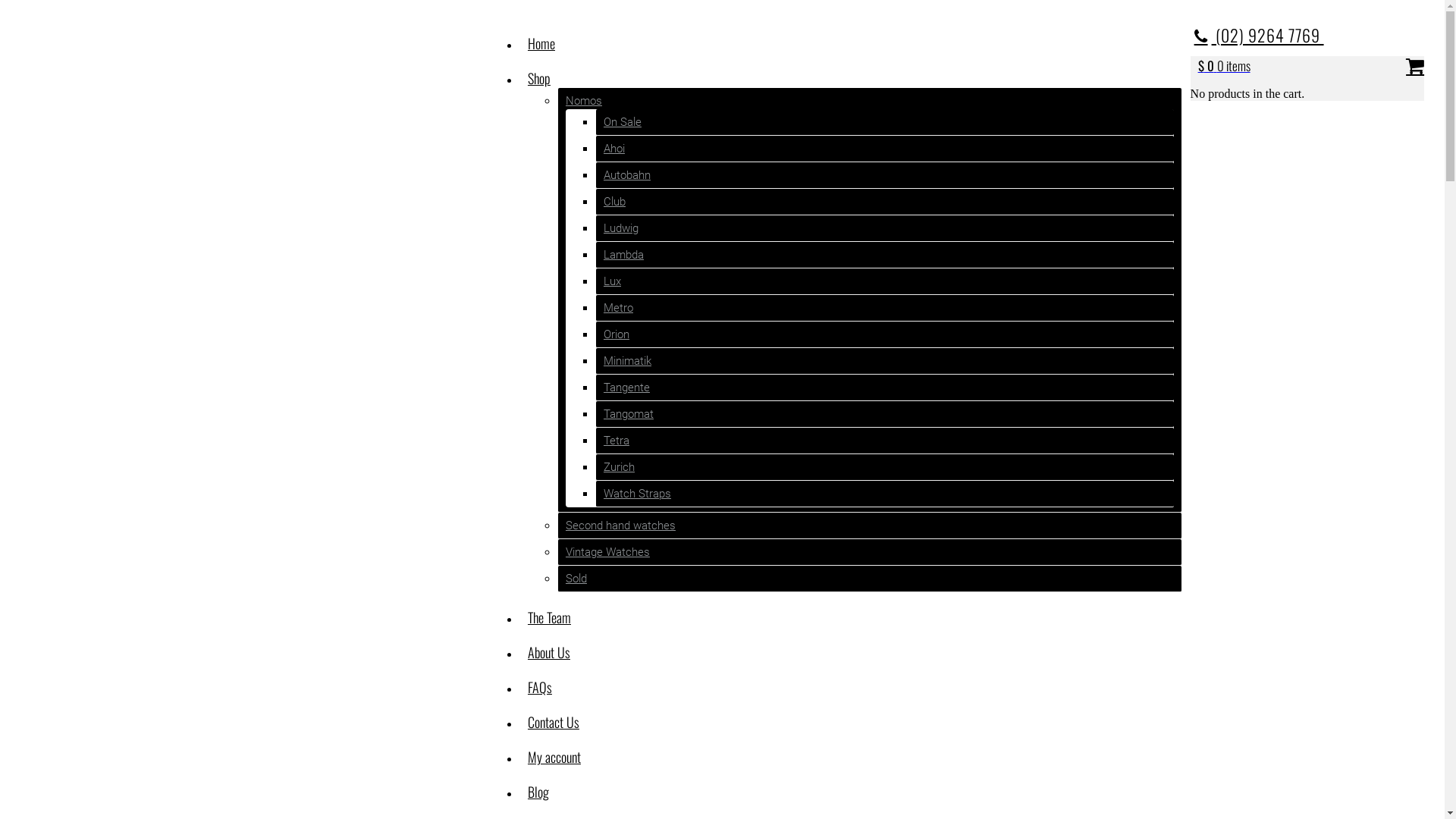 This screenshot has height=819, width=1456. What do you see at coordinates (612, 281) in the screenshot?
I see `'Lux'` at bounding box center [612, 281].